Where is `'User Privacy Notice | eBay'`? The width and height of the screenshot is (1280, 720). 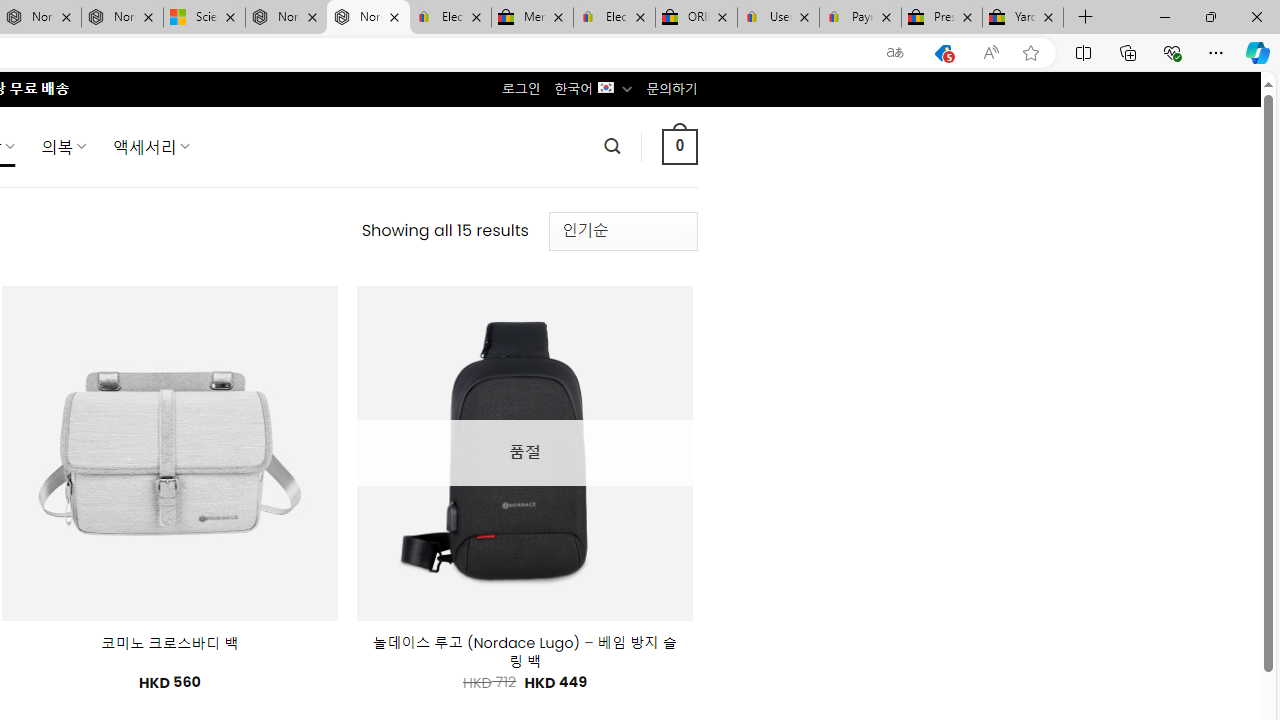 'User Privacy Notice | eBay' is located at coordinates (777, 17).